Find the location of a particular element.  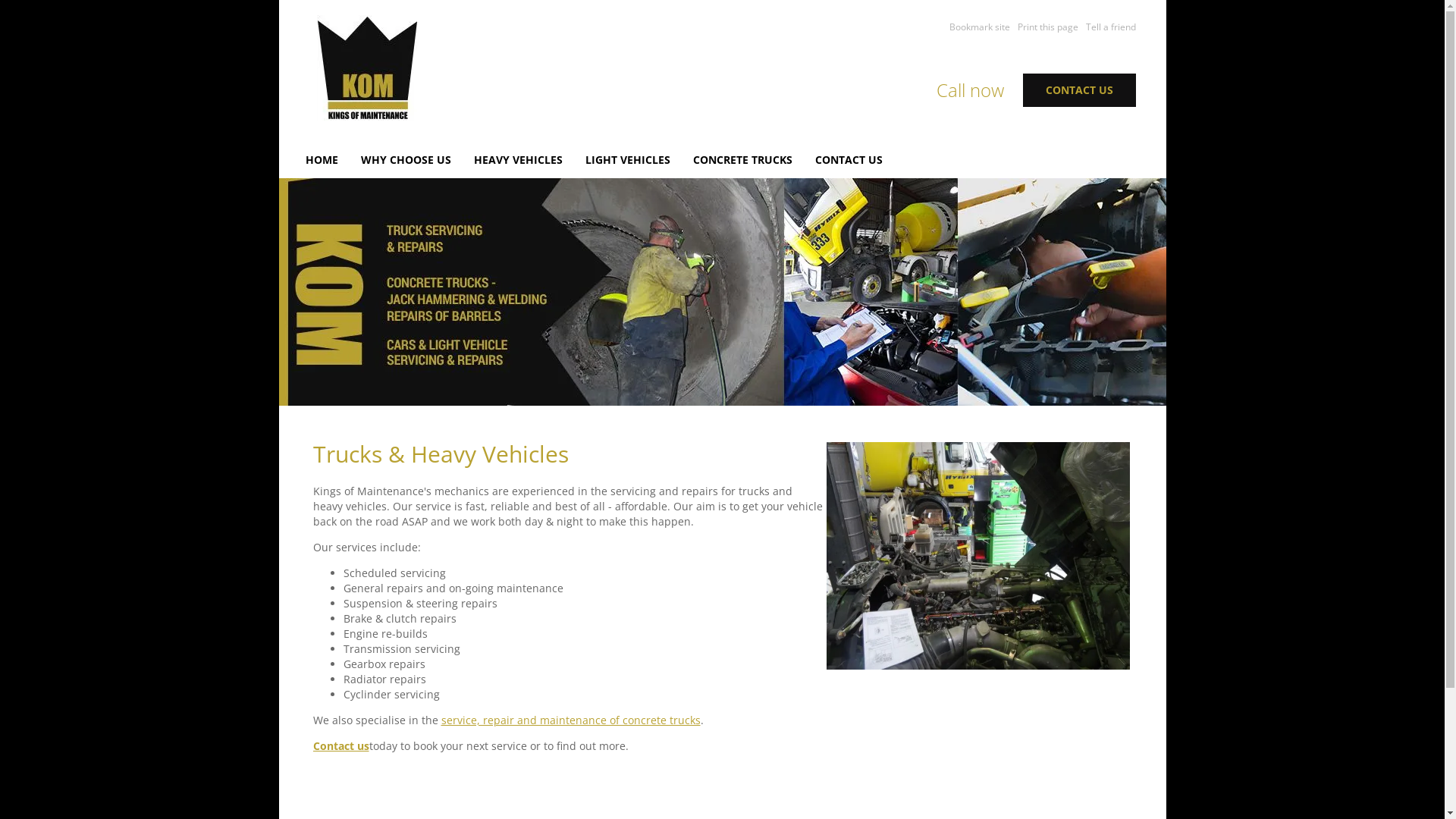

'CONTACT US' is located at coordinates (814, 158).